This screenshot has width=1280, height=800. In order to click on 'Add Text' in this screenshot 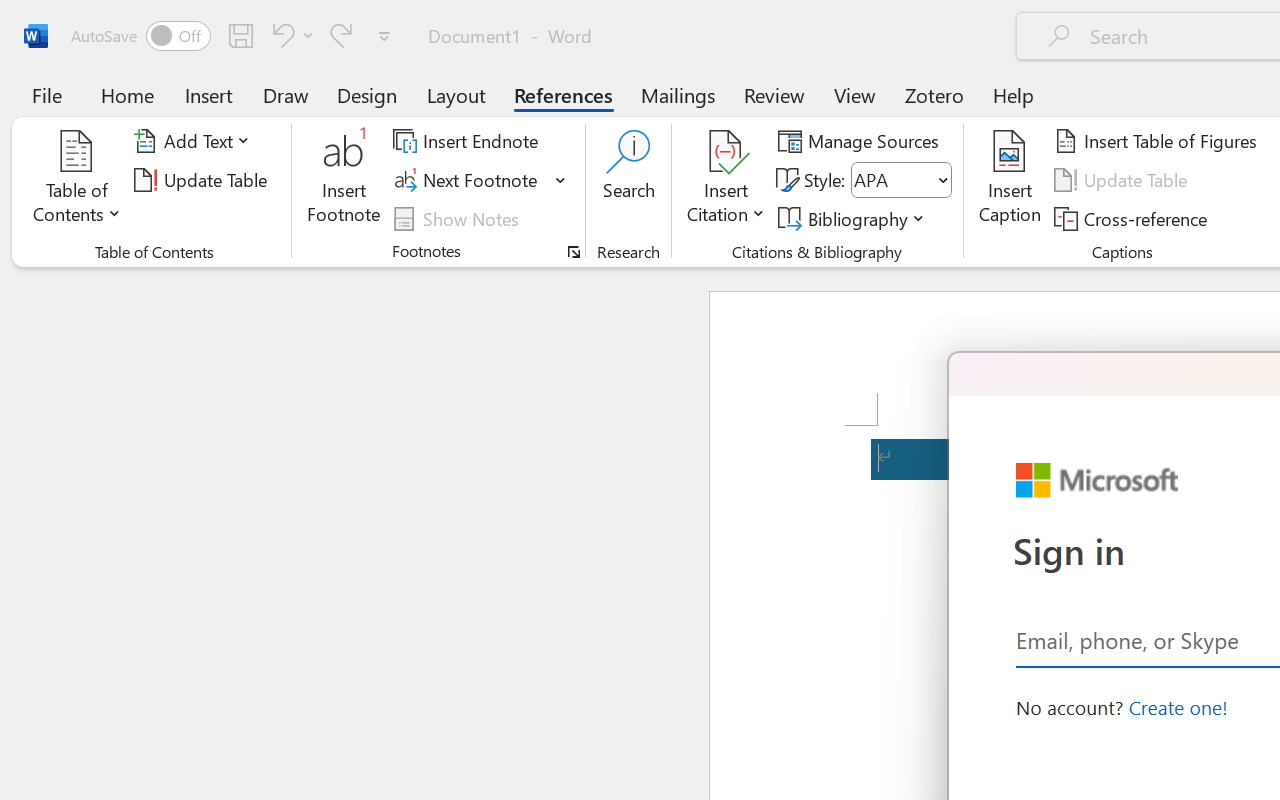, I will do `click(195, 141)`.